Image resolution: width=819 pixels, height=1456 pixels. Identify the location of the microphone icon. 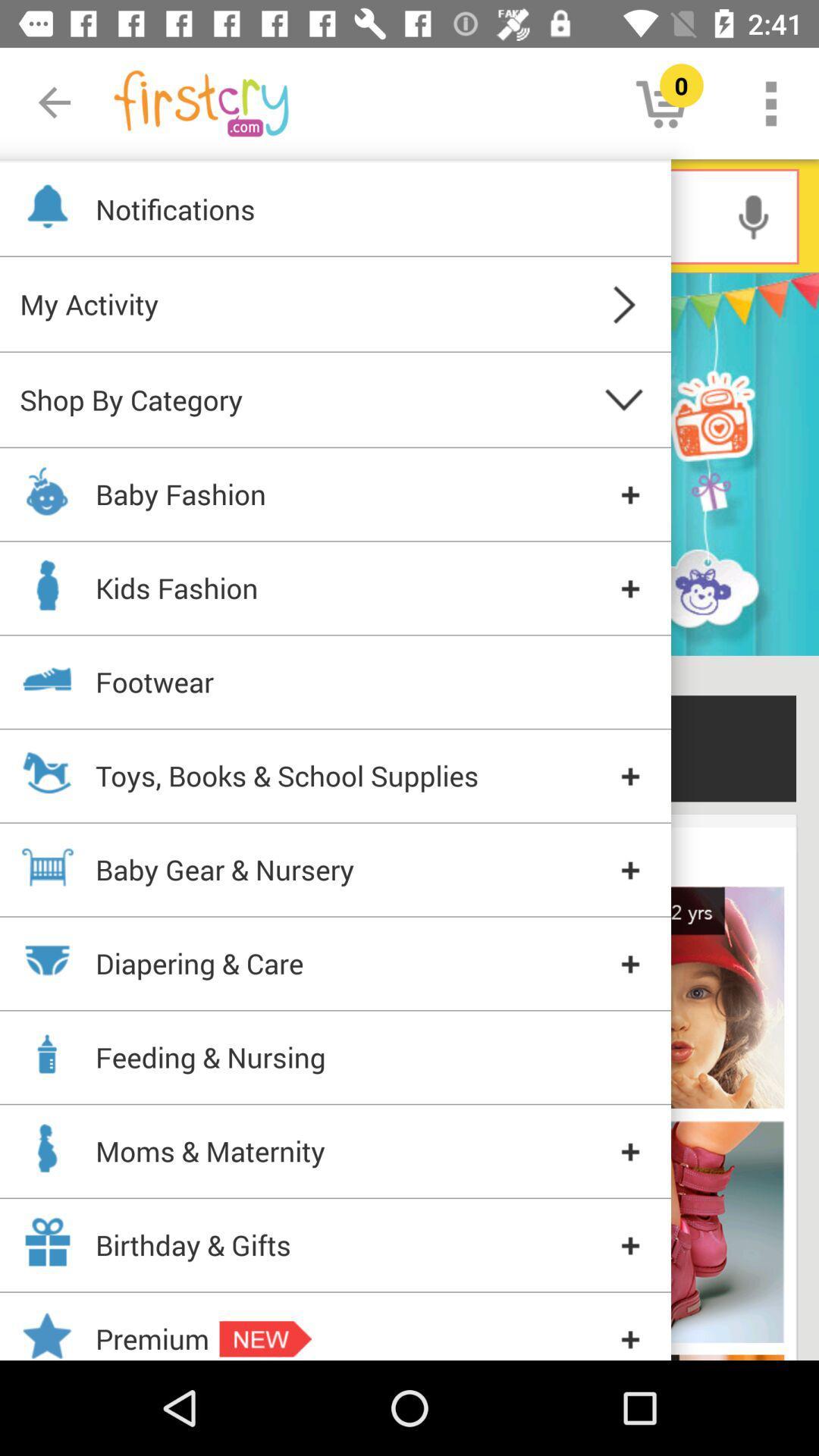
(753, 215).